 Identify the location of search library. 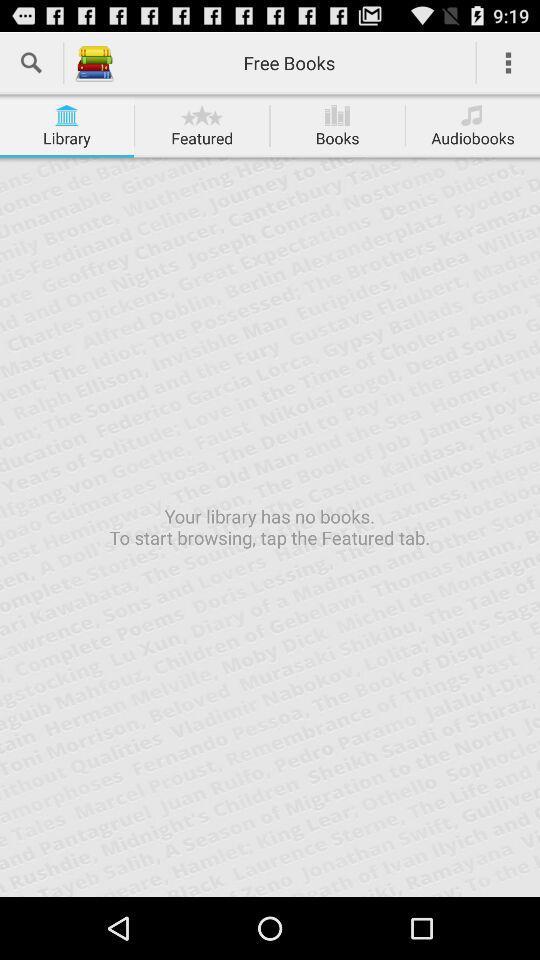
(30, 62).